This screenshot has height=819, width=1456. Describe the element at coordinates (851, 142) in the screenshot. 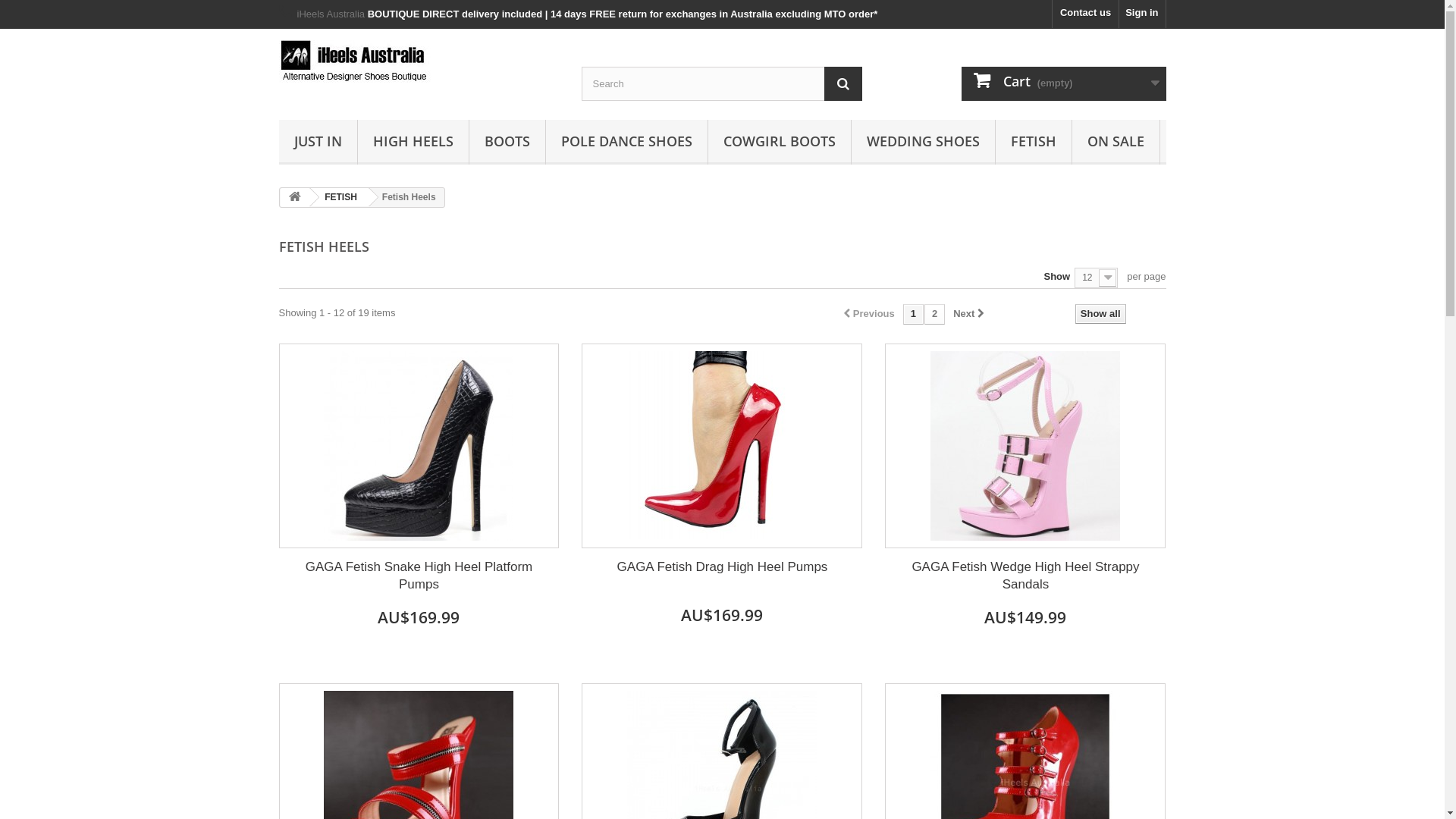

I see `'WEDDING SHOES'` at that location.